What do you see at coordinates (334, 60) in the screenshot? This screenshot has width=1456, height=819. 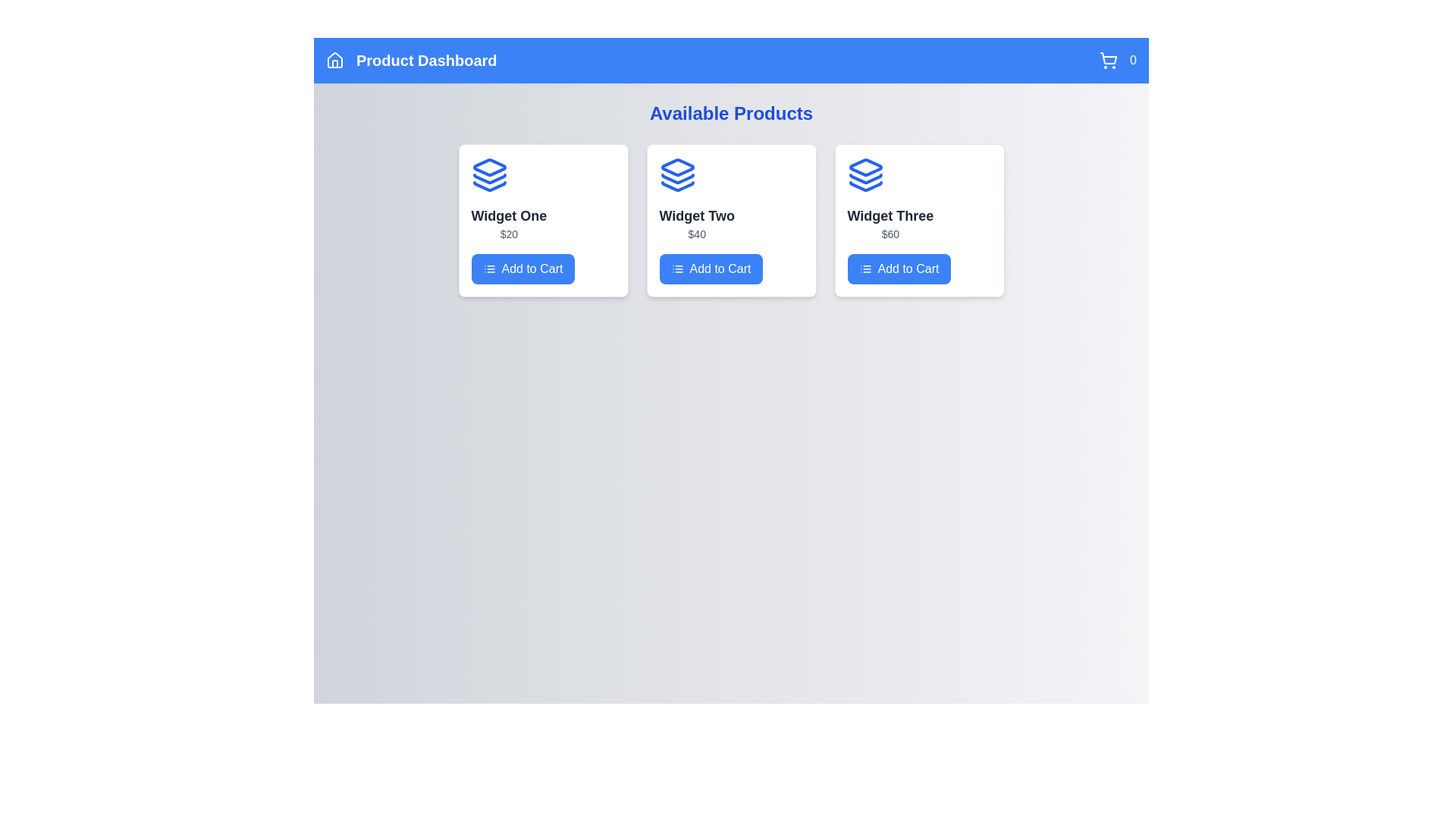 I see `the house icon located in the top-left corner of the blue header bar` at bounding box center [334, 60].